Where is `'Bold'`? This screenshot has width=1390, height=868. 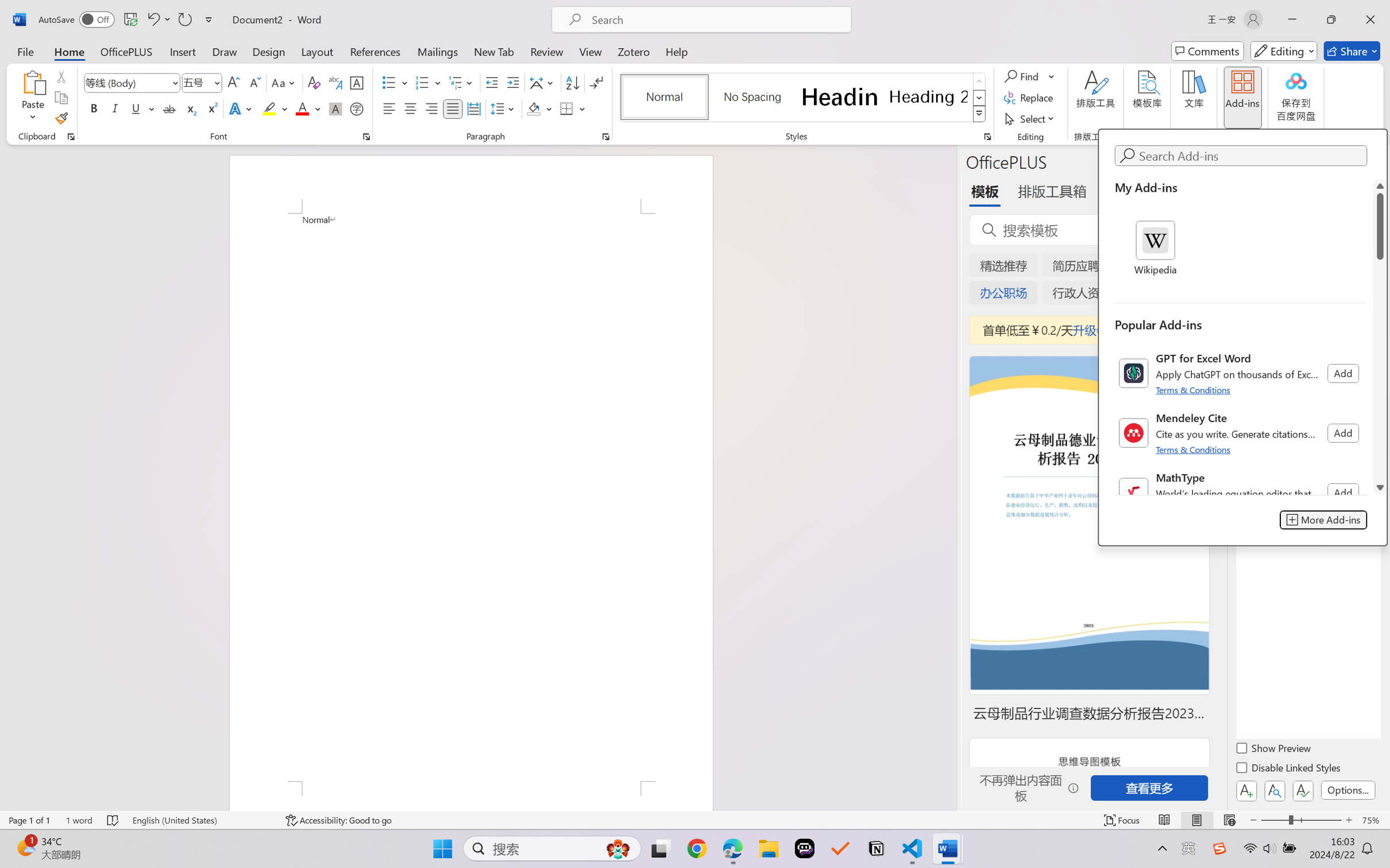
'Bold' is located at coordinates (94, 108).